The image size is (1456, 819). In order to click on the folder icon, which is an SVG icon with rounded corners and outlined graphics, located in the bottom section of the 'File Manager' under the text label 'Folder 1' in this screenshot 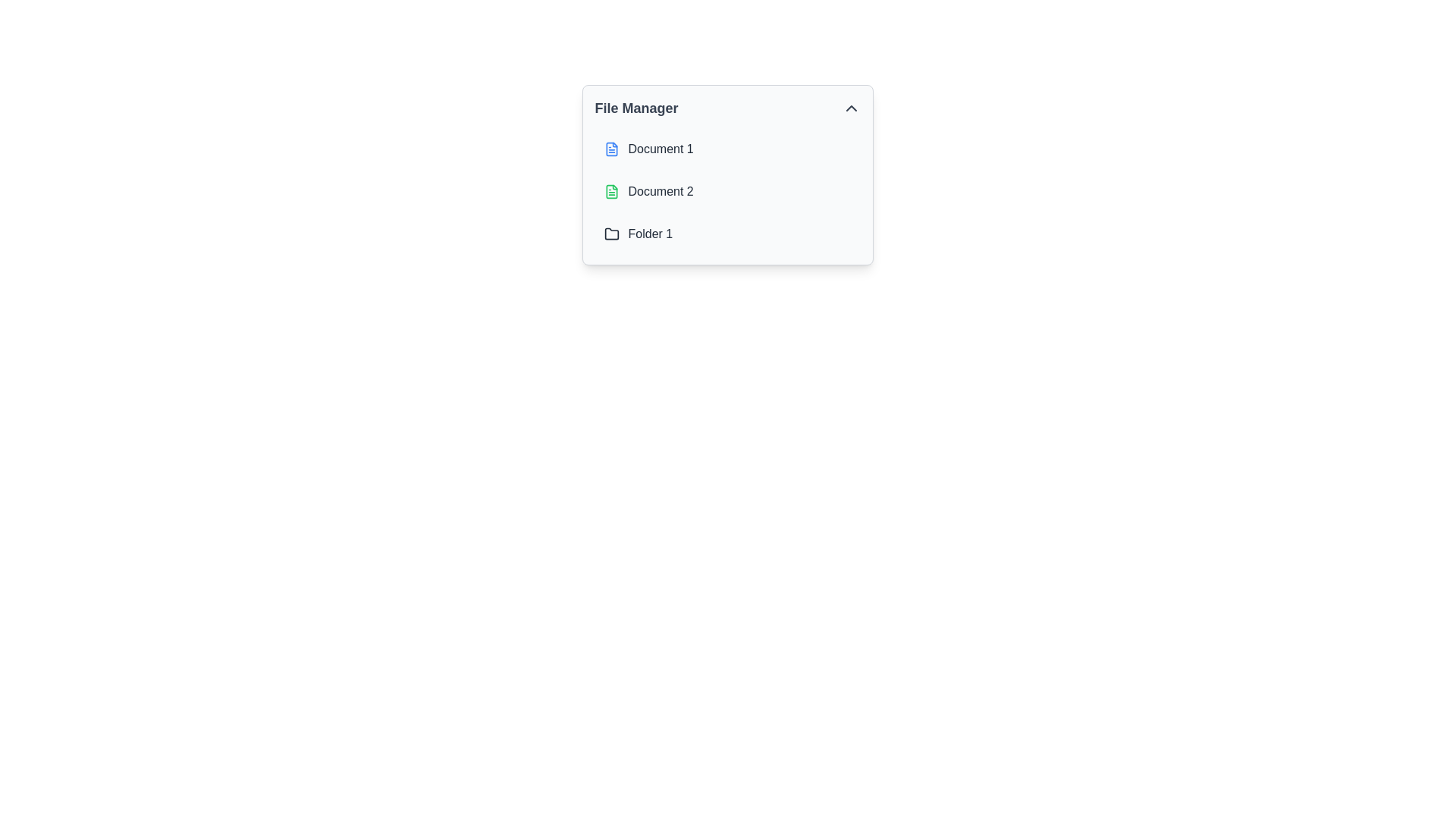, I will do `click(611, 234)`.